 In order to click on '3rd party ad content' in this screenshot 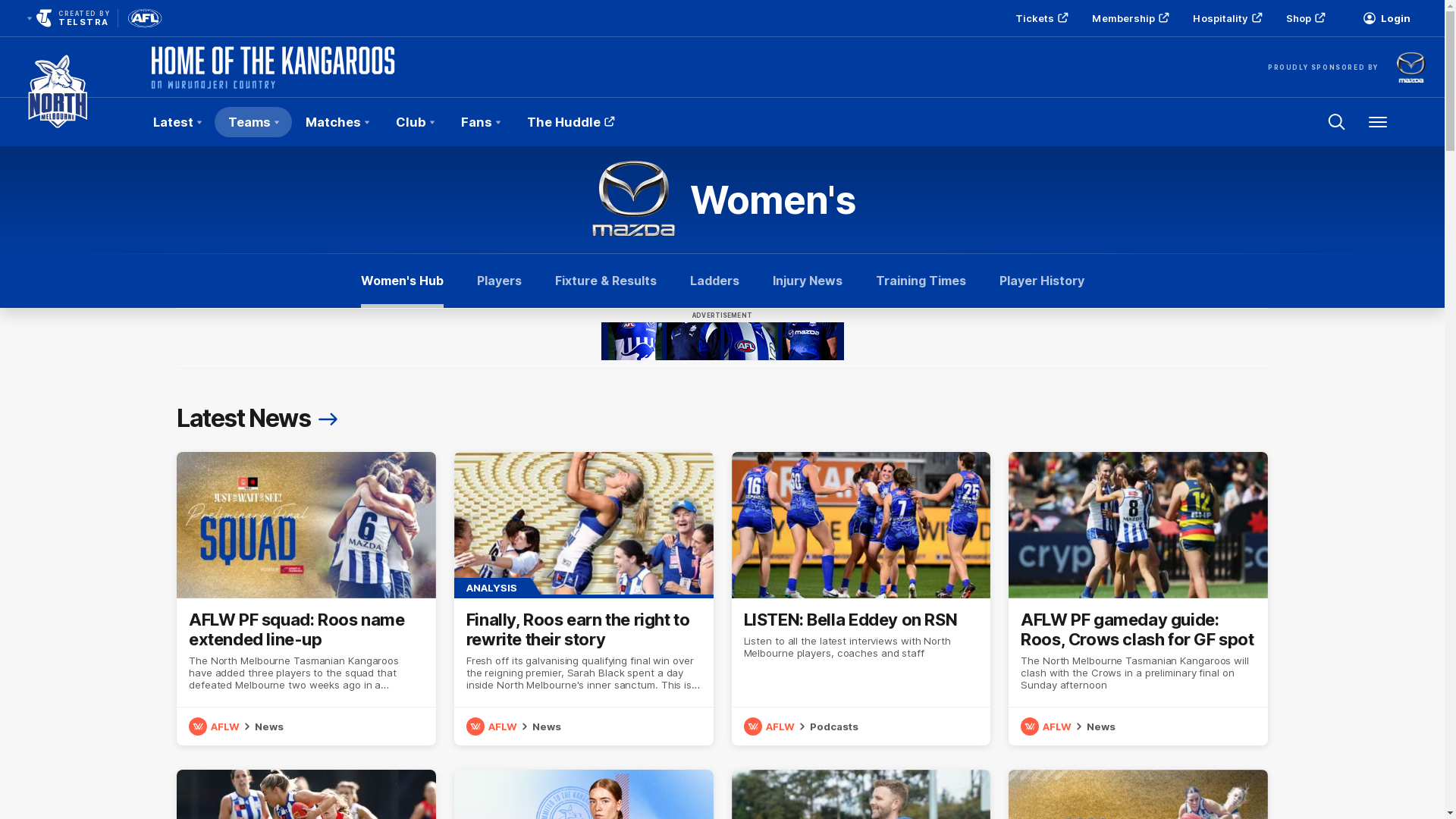, I will do `click(720, 341)`.